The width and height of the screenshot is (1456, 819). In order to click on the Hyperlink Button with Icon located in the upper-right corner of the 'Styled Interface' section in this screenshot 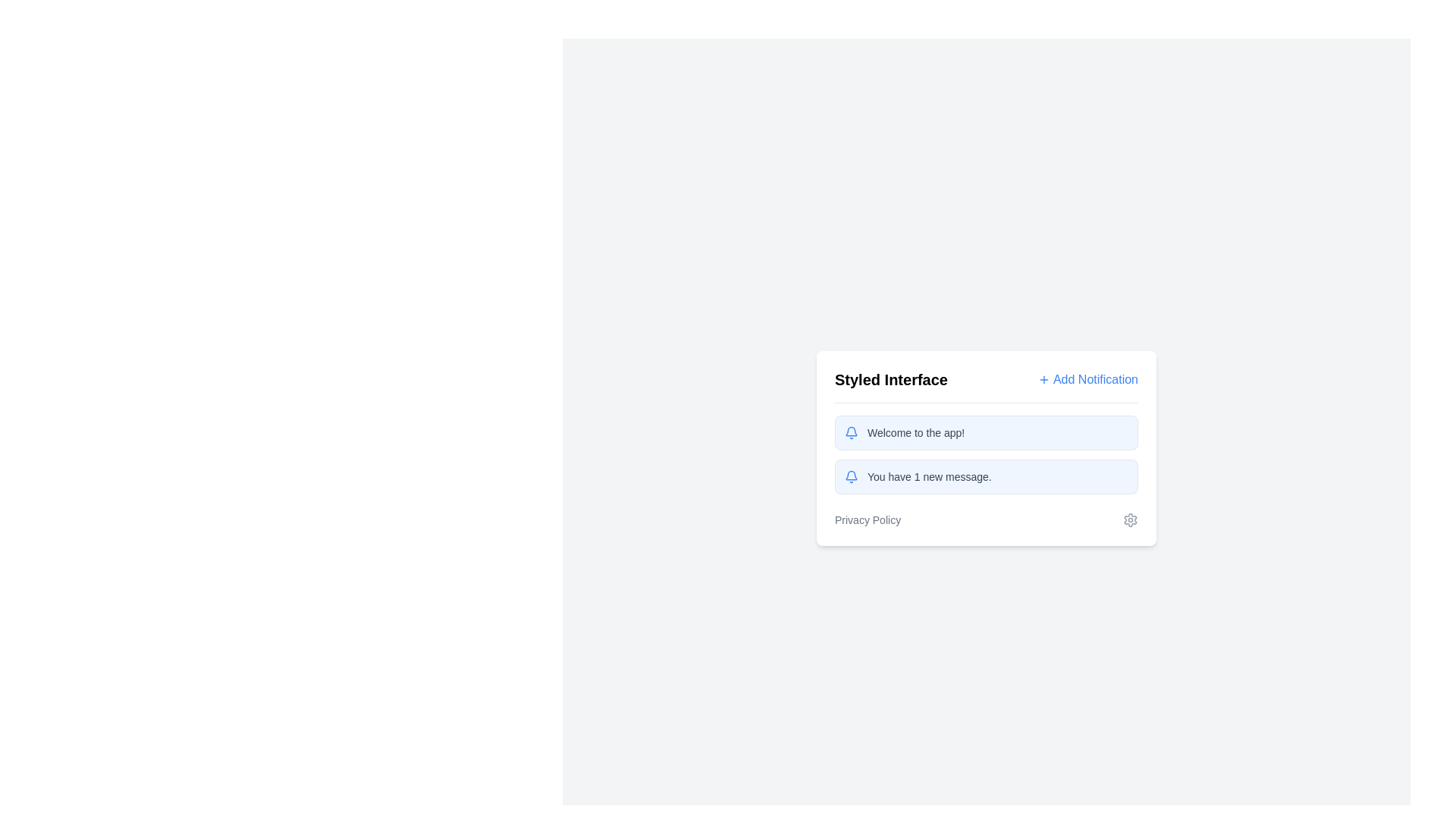, I will do `click(1087, 378)`.